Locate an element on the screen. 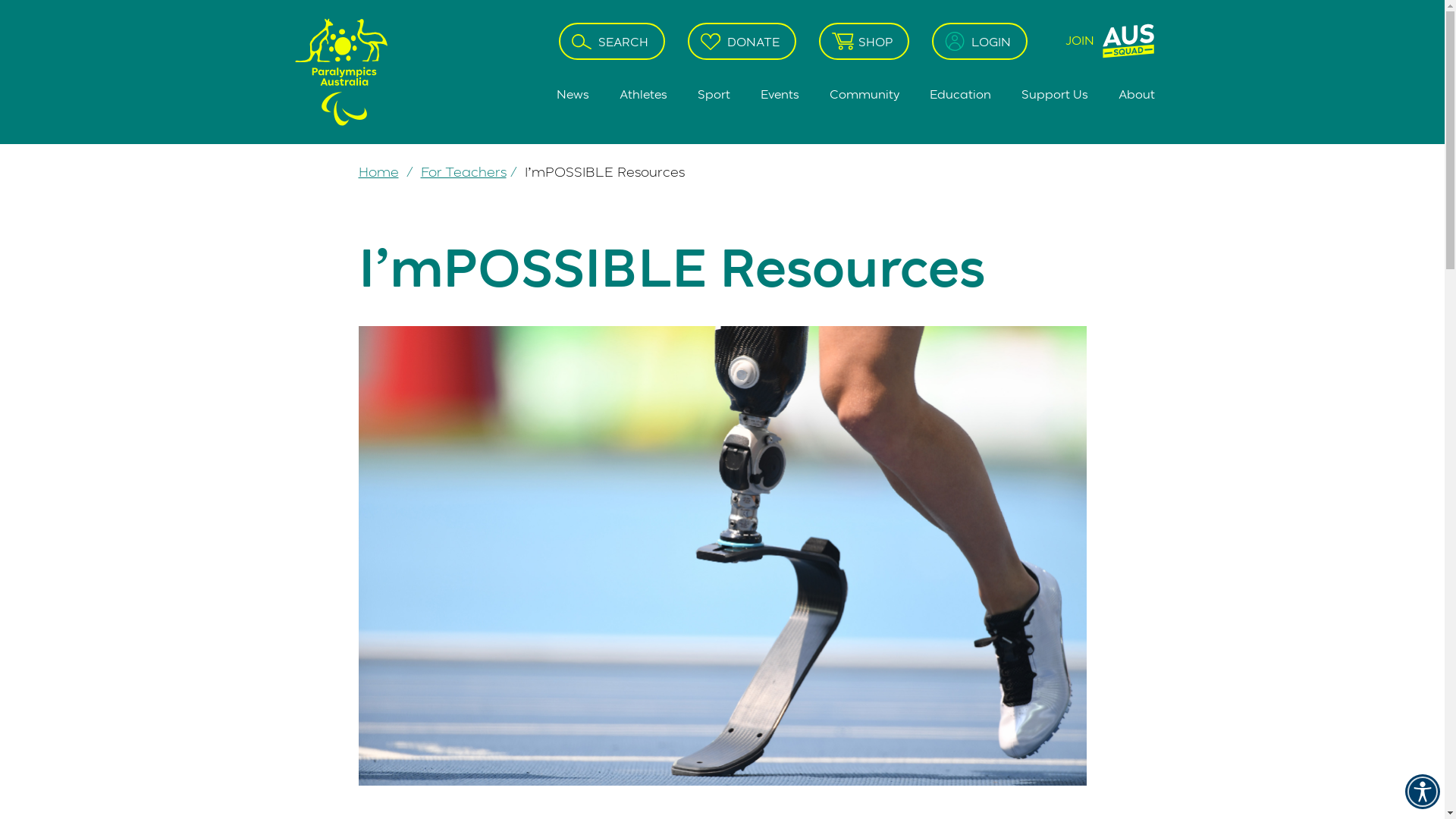 Image resolution: width=1456 pixels, height=819 pixels. 'SHOP' is located at coordinates (864, 40).